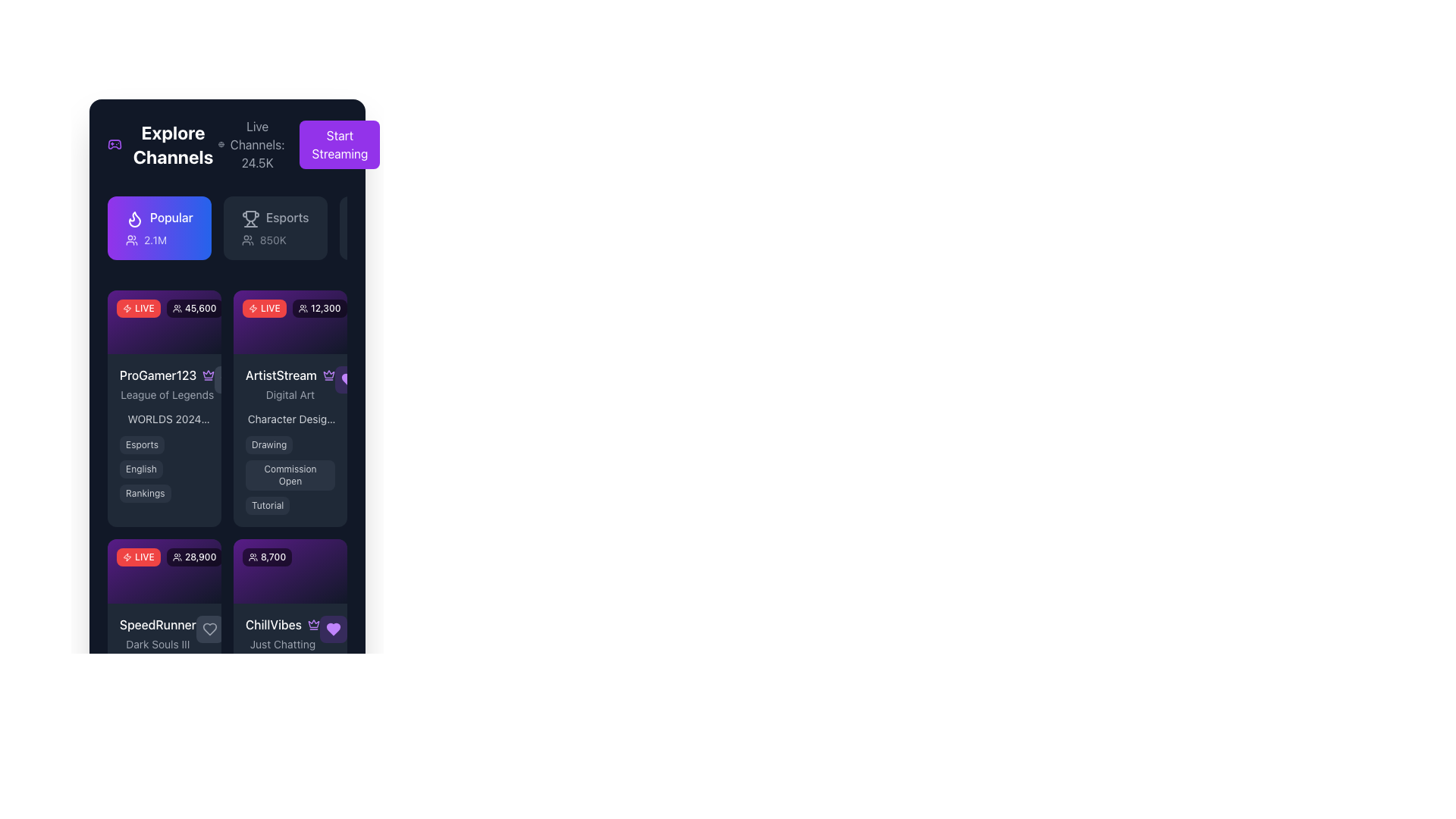  Describe the element at coordinates (134, 219) in the screenshot. I see `the minimalist flame icon located to the left of the 'Popular' label and above the '2.1M views' indicator` at that location.